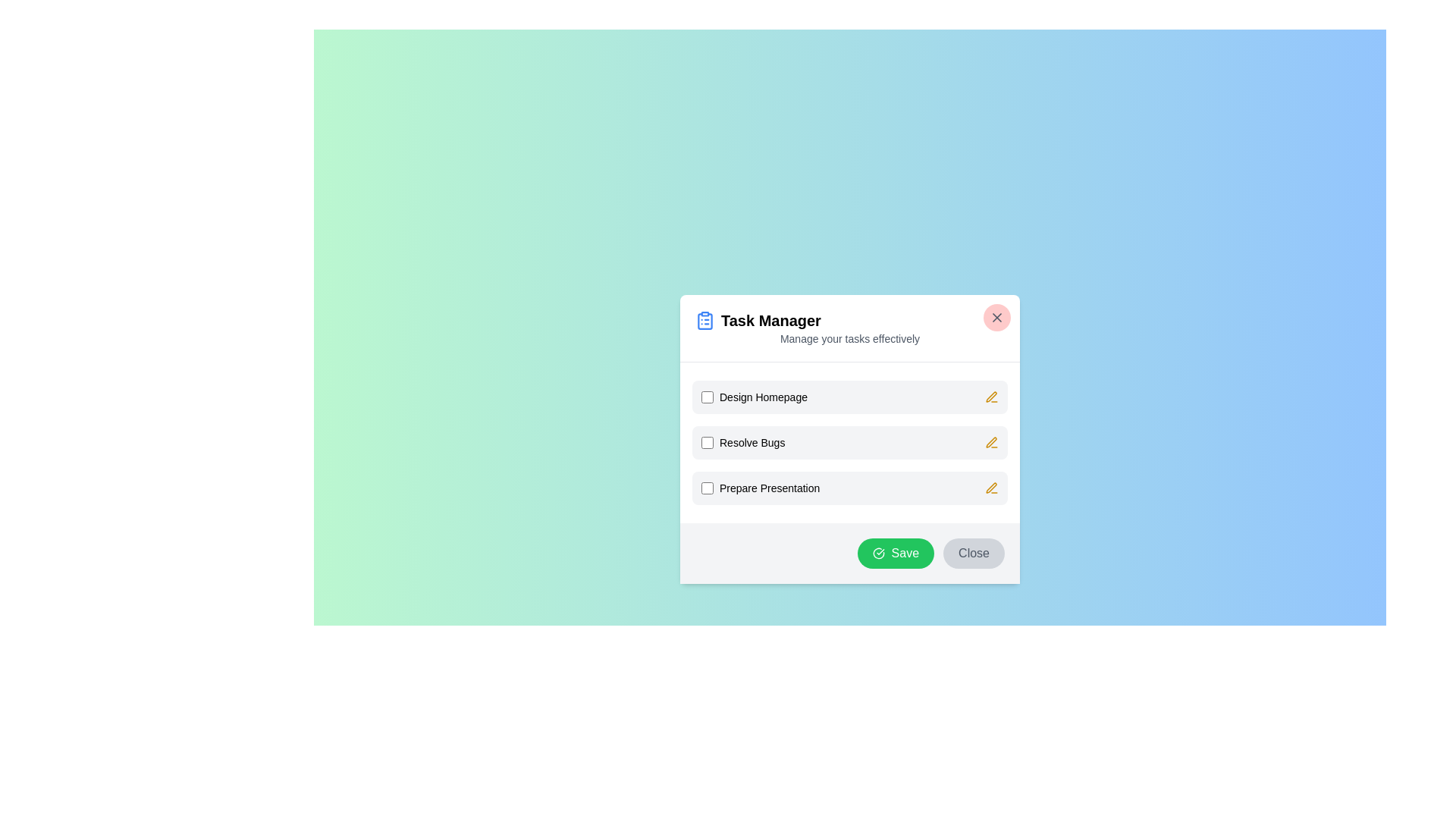 Image resolution: width=1456 pixels, height=819 pixels. I want to click on the task manager icon located to the far left of the 'Task Manager' heading section, so click(704, 318).